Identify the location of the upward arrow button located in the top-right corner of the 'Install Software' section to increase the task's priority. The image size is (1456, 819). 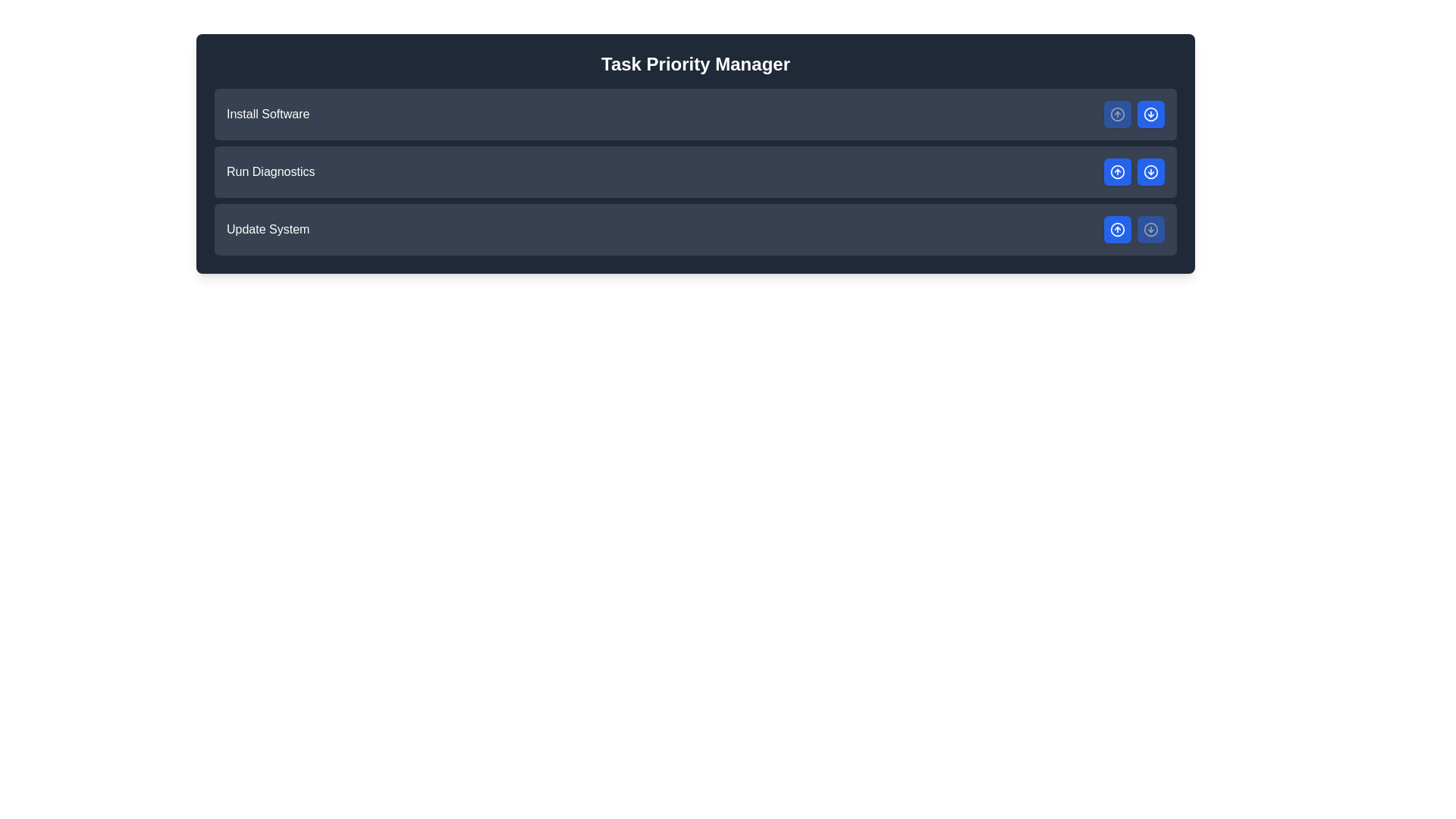
(1134, 113).